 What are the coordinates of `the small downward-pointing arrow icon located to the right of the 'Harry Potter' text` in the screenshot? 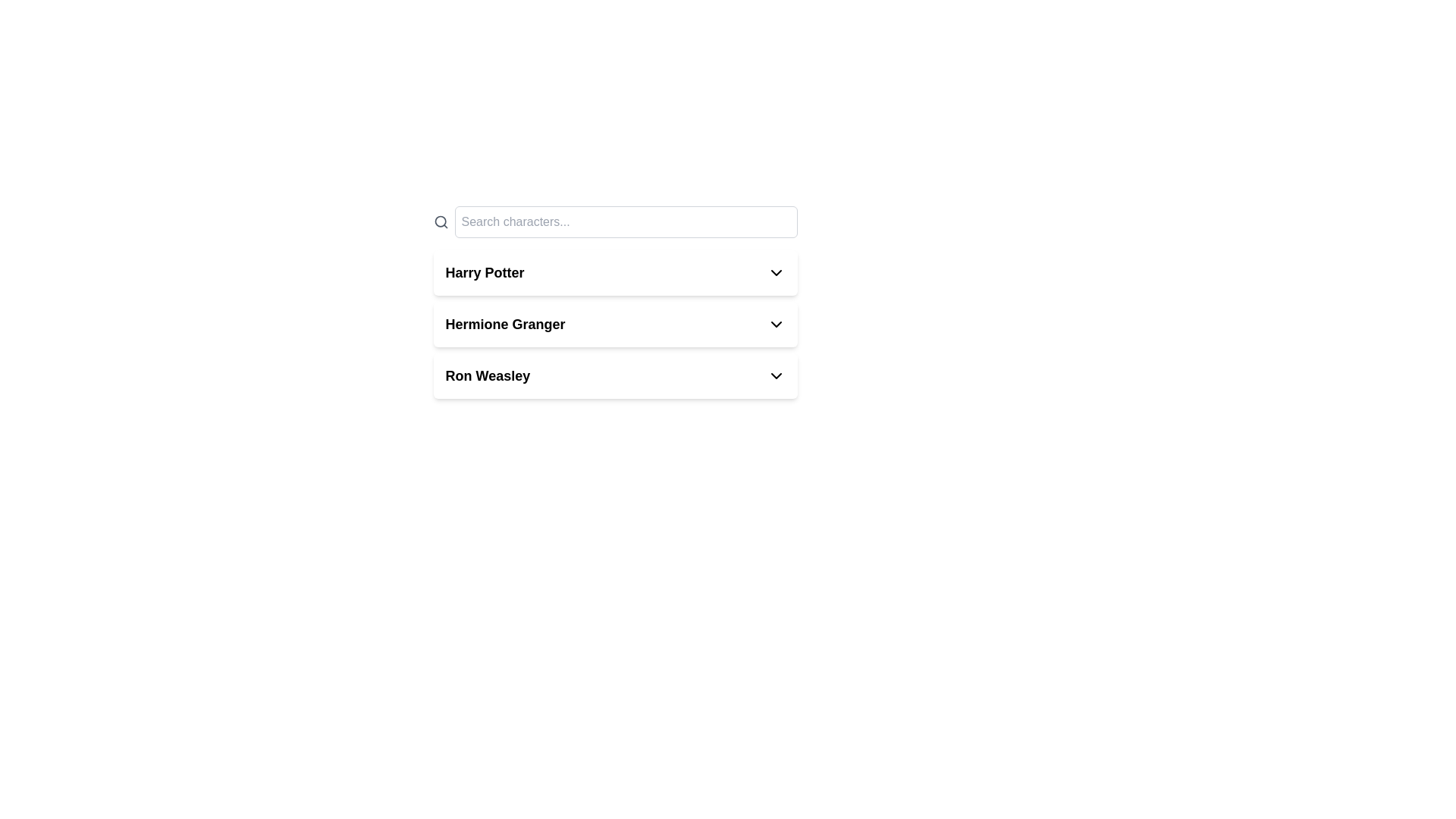 It's located at (776, 271).